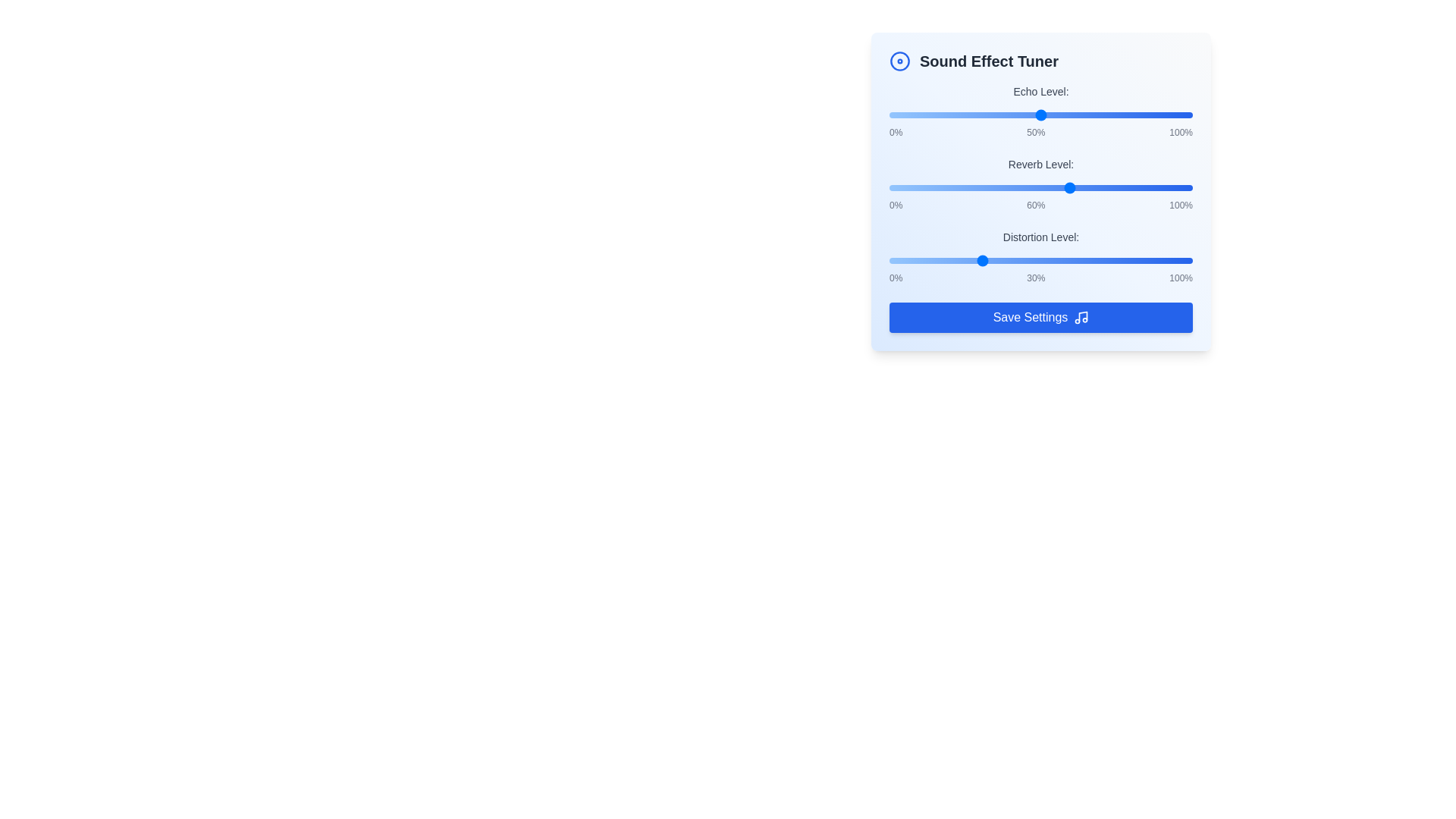 The image size is (1456, 819). I want to click on the 'Echo Level' slider to 48%, so click(1034, 114).